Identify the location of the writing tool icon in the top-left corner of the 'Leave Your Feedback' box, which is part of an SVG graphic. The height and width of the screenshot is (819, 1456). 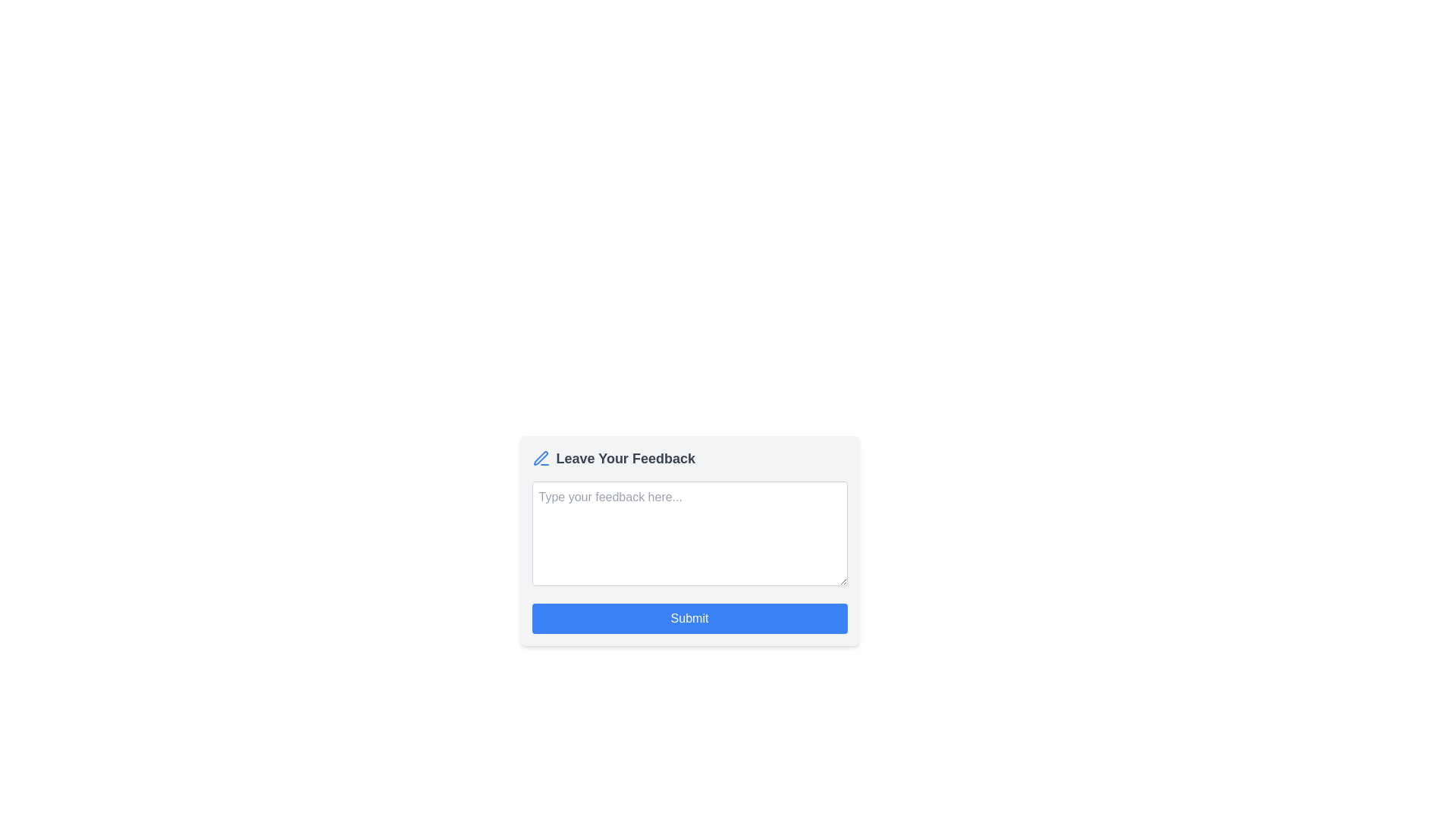
(541, 457).